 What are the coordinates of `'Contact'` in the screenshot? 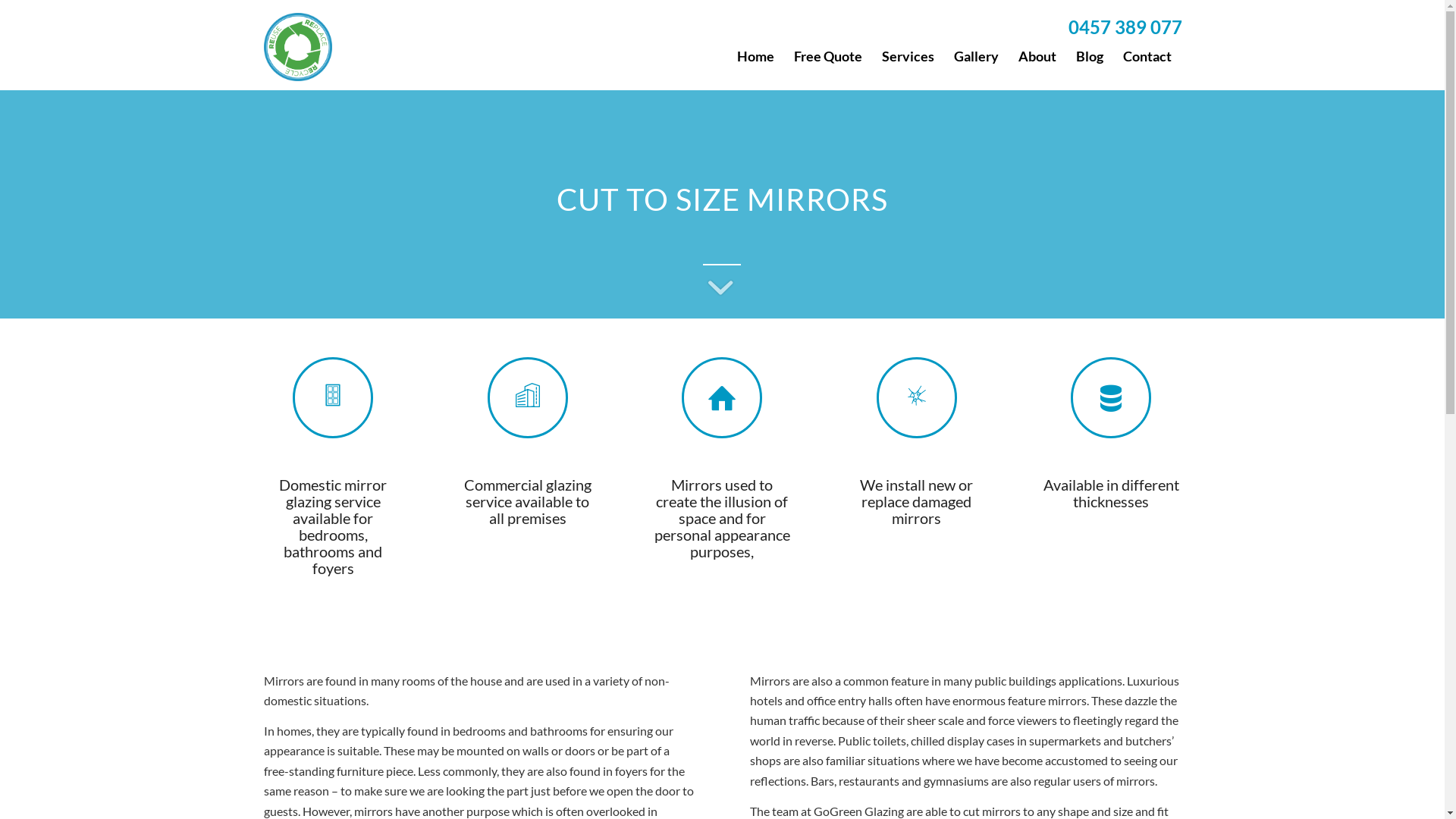 It's located at (1147, 55).